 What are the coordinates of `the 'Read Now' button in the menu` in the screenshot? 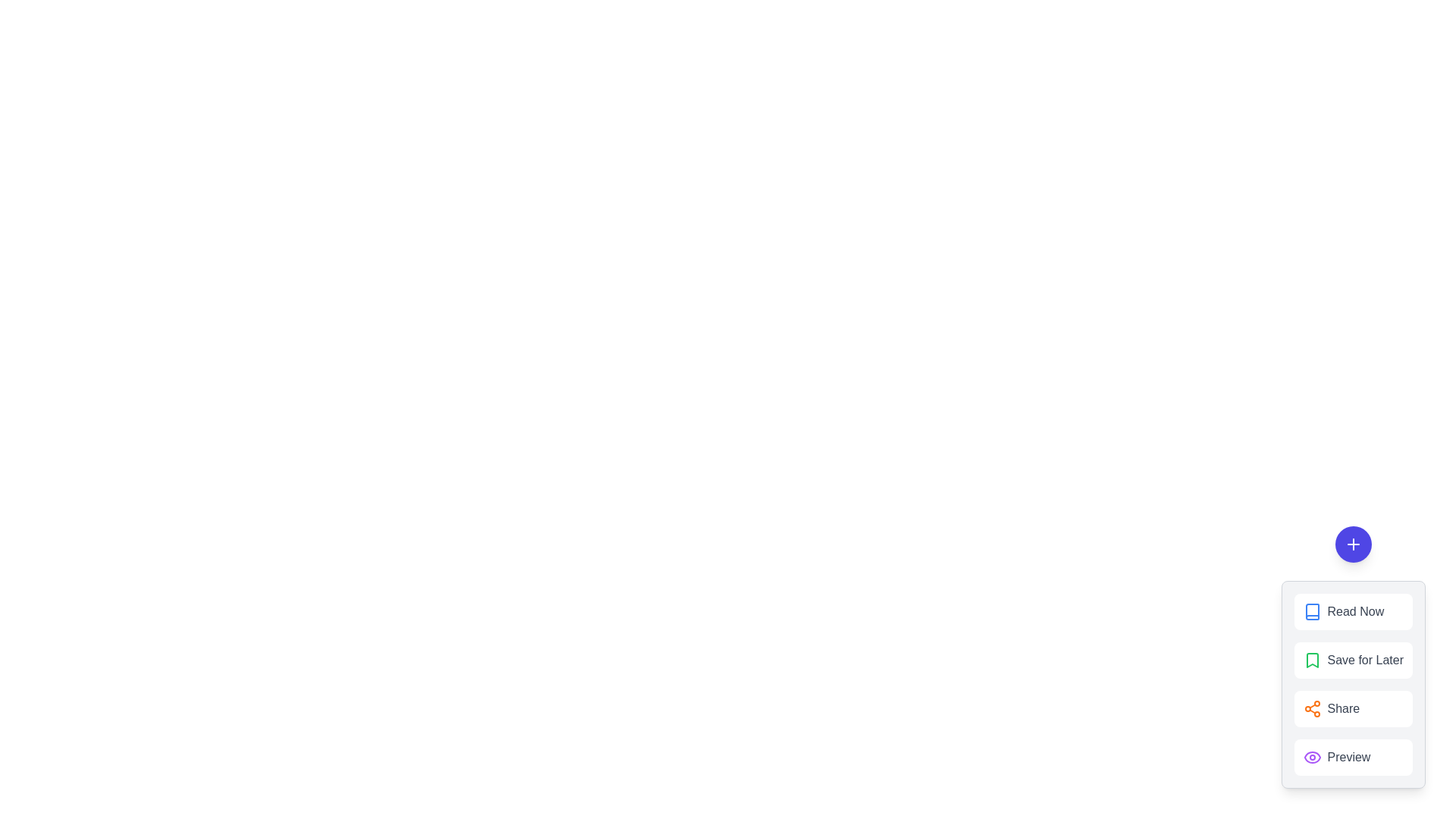 It's located at (1353, 610).